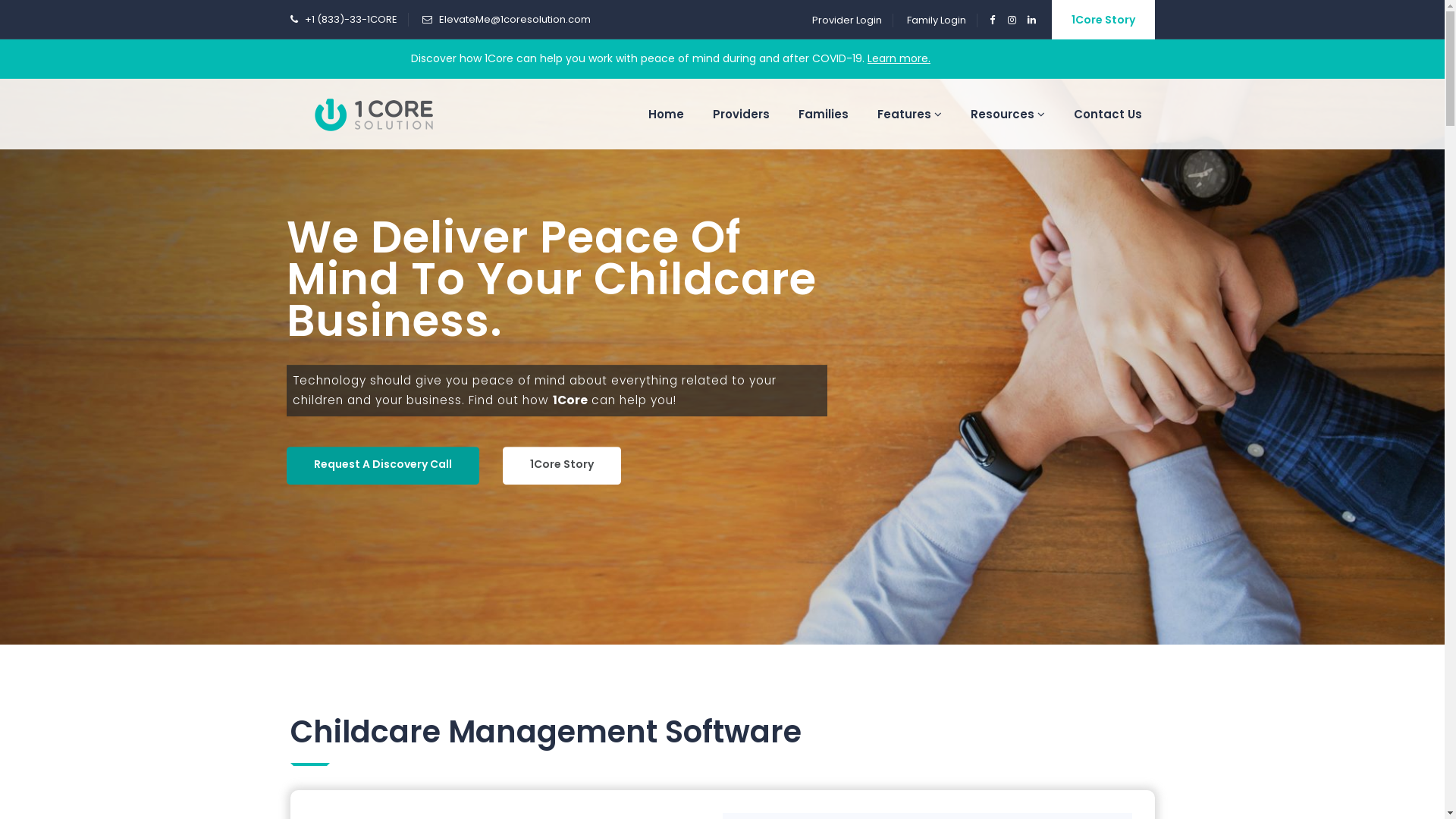 The image size is (1456, 819). What do you see at coordinates (935, 20) in the screenshot?
I see `'Family Login'` at bounding box center [935, 20].